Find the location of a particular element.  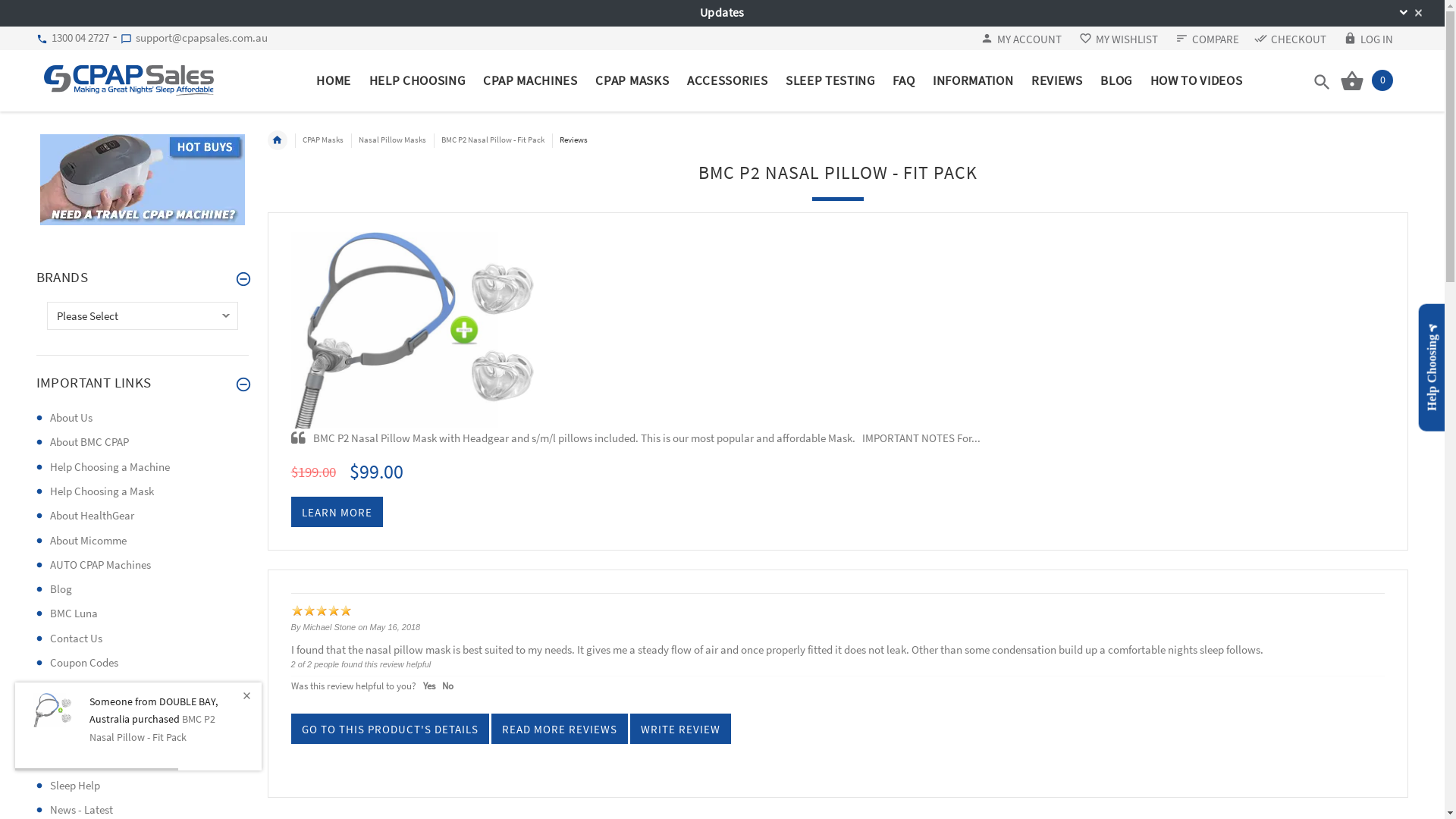

'Help Choosing a Machine' is located at coordinates (108, 466).